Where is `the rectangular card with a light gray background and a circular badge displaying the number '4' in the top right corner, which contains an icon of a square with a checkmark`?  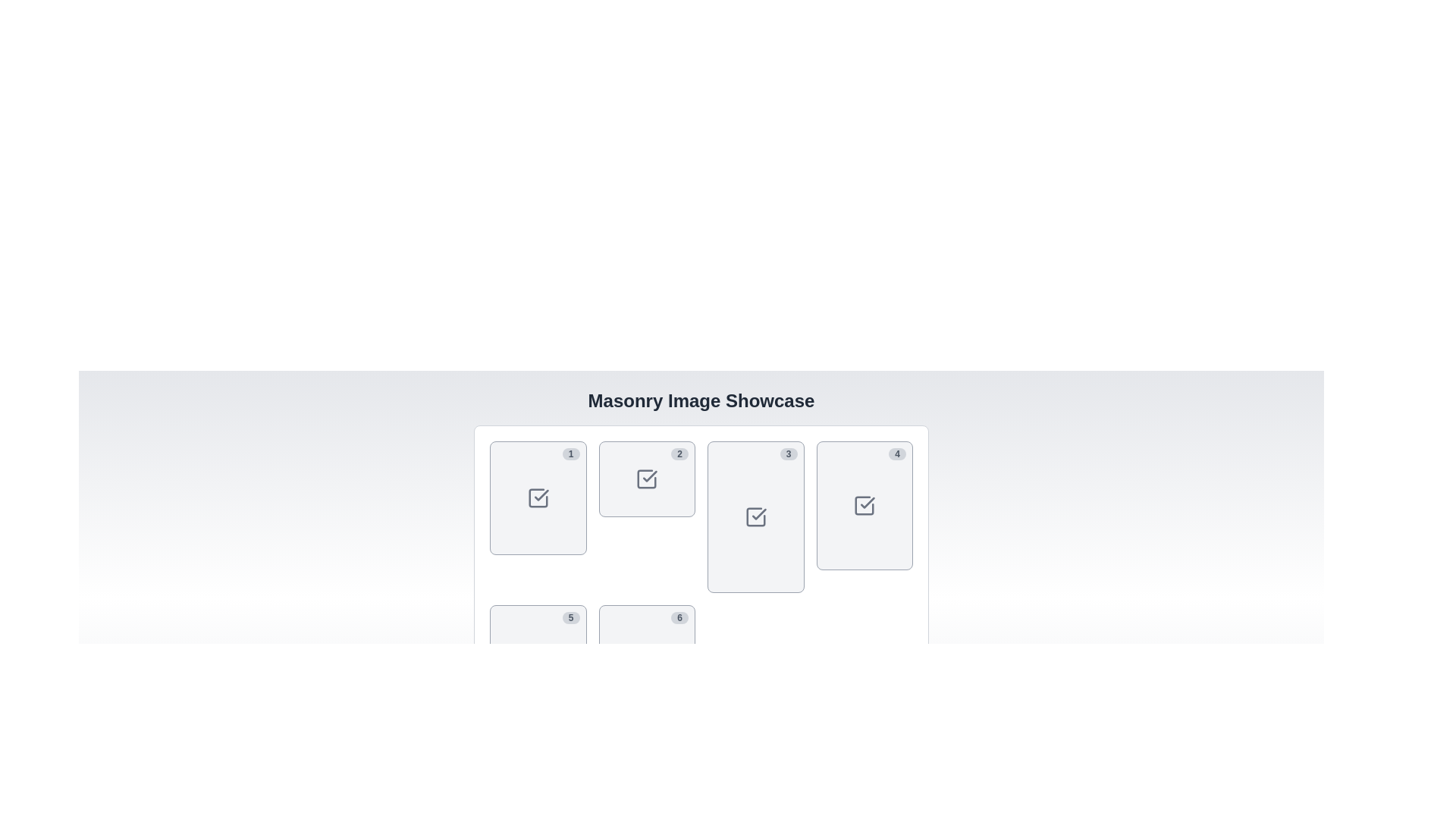 the rectangular card with a light gray background and a circular badge displaying the number '4' in the top right corner, which contains an icon of a square with a checkmark is located at coordinates (864, 506).